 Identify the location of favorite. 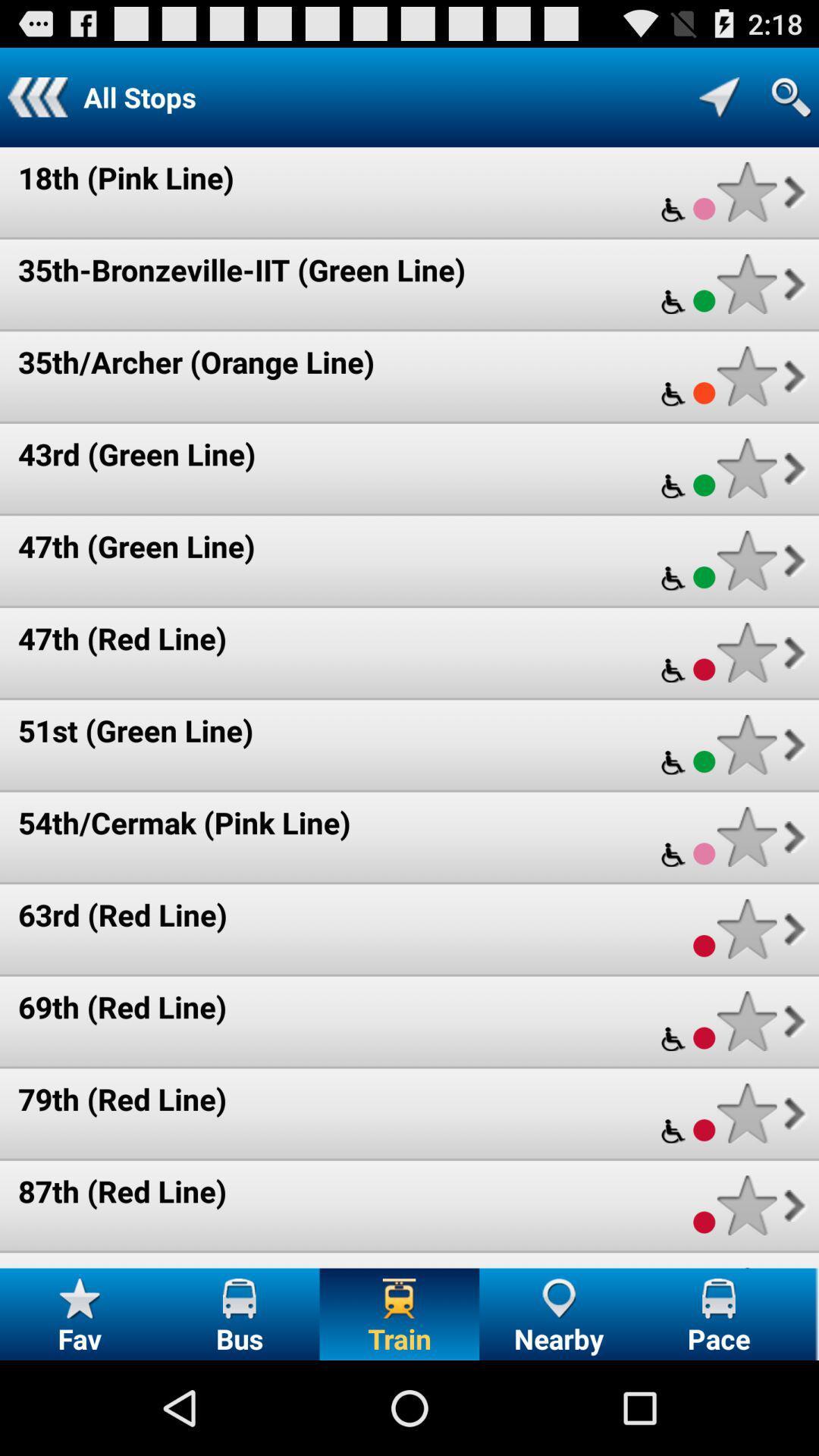
(746, 191).